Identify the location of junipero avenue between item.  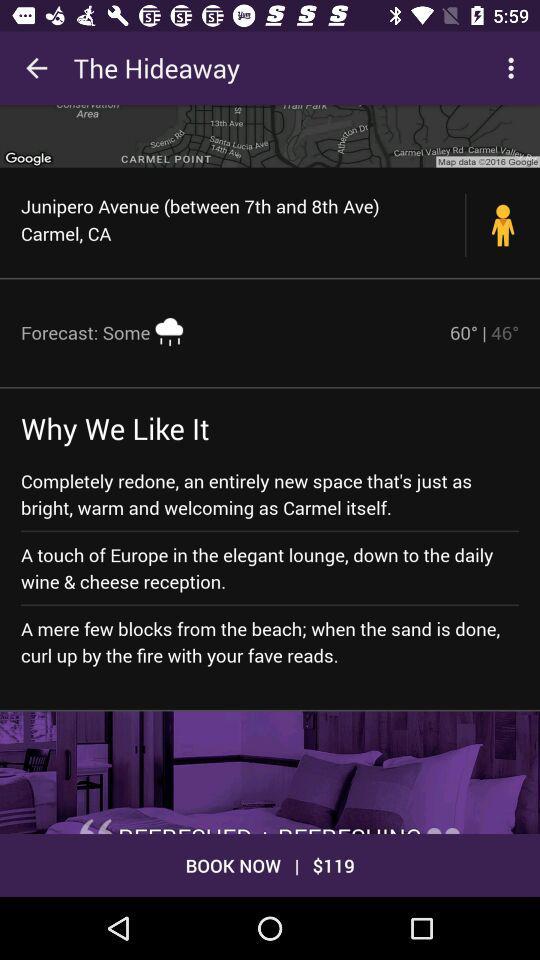
(243, 219).